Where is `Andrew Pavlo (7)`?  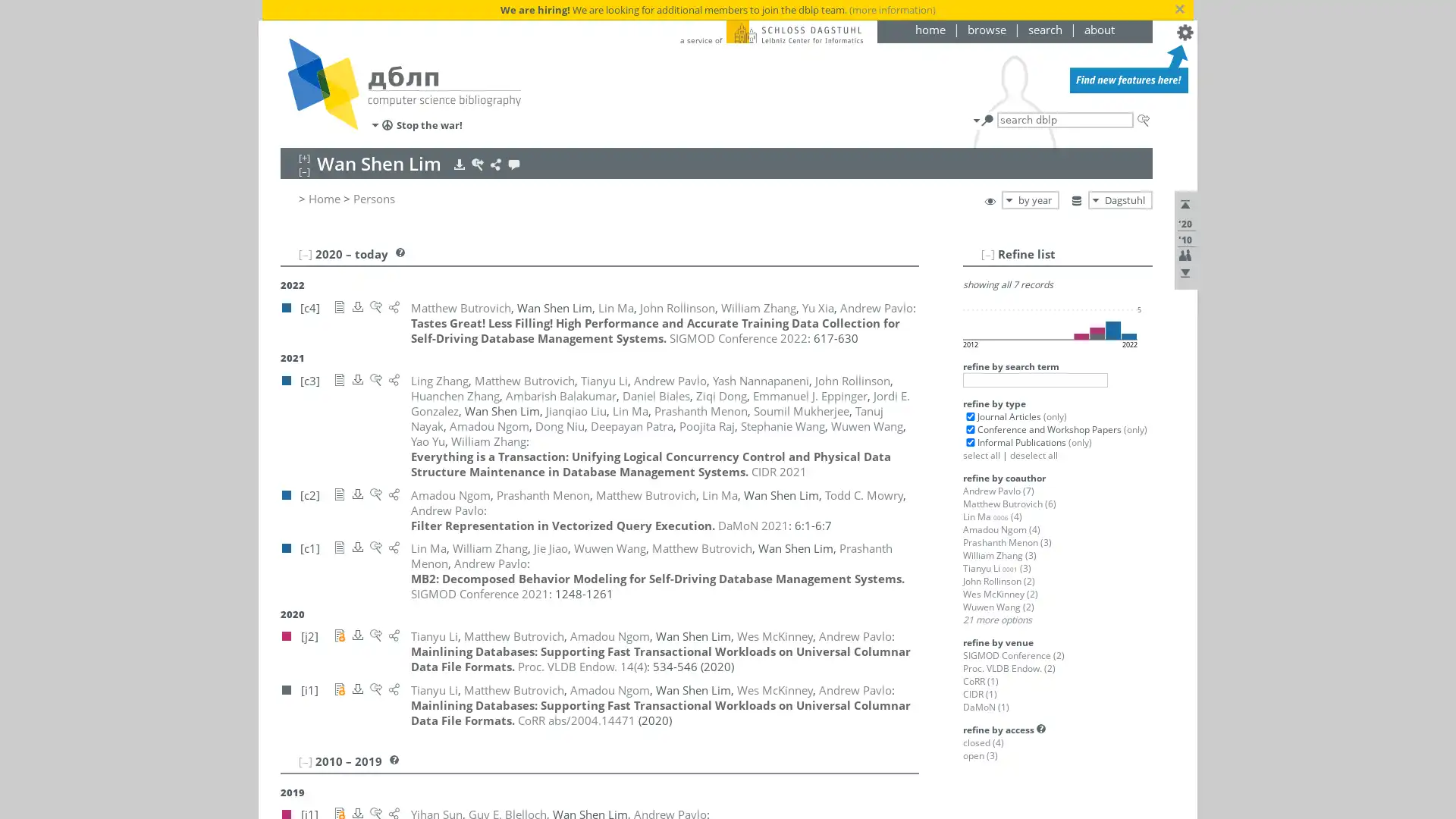
Andrew Pavlo (7) is located at coordinates (998, 491).